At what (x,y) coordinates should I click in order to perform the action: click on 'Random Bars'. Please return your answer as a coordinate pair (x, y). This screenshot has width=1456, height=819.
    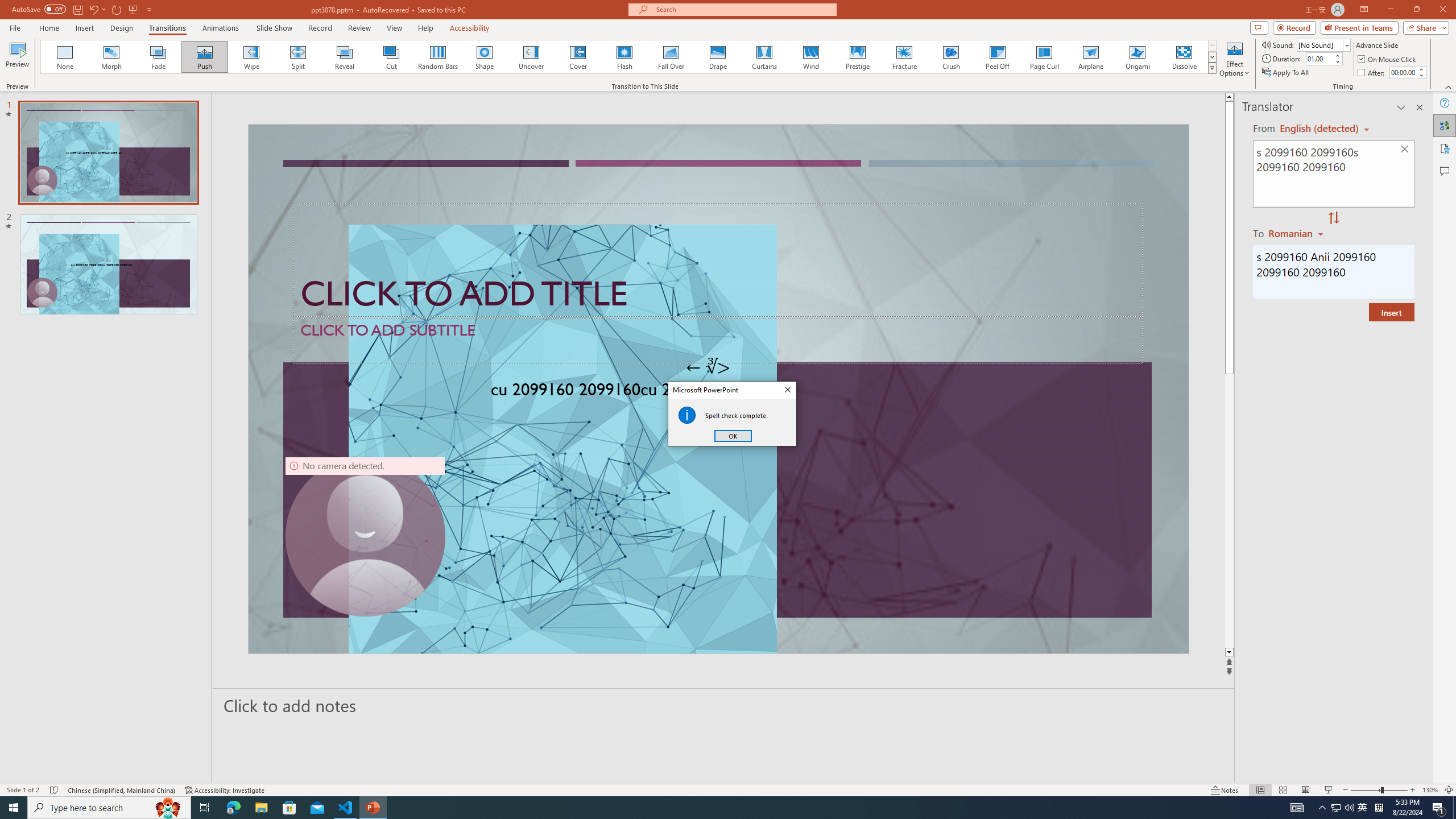
    Looking at the image, I should click on (438, 56).